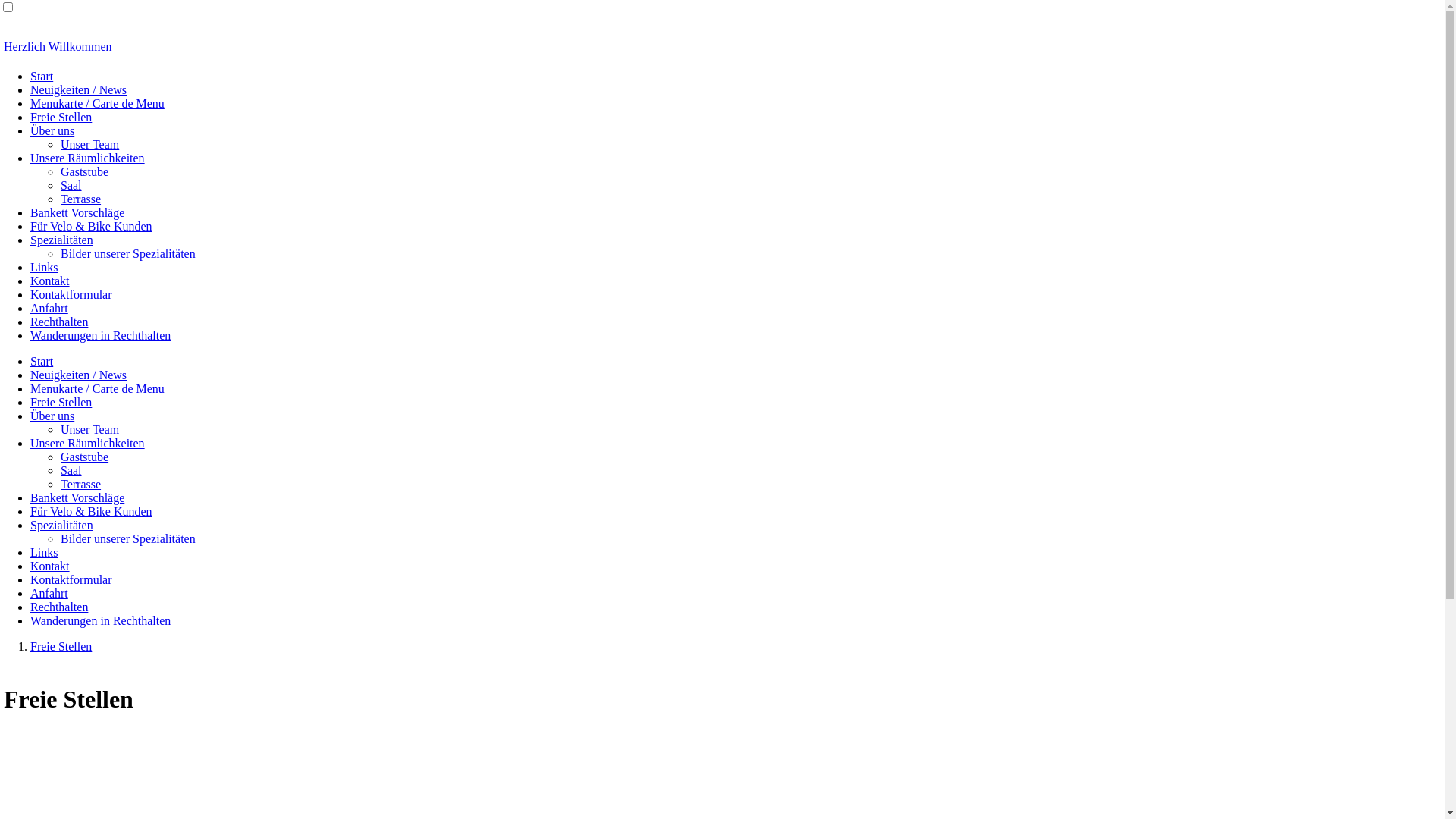 The width and height of the screenshot is (1456, 819). Describe the element at coordinates (83, 171) in the screenshot. I see `'Gaststube'` at that location.